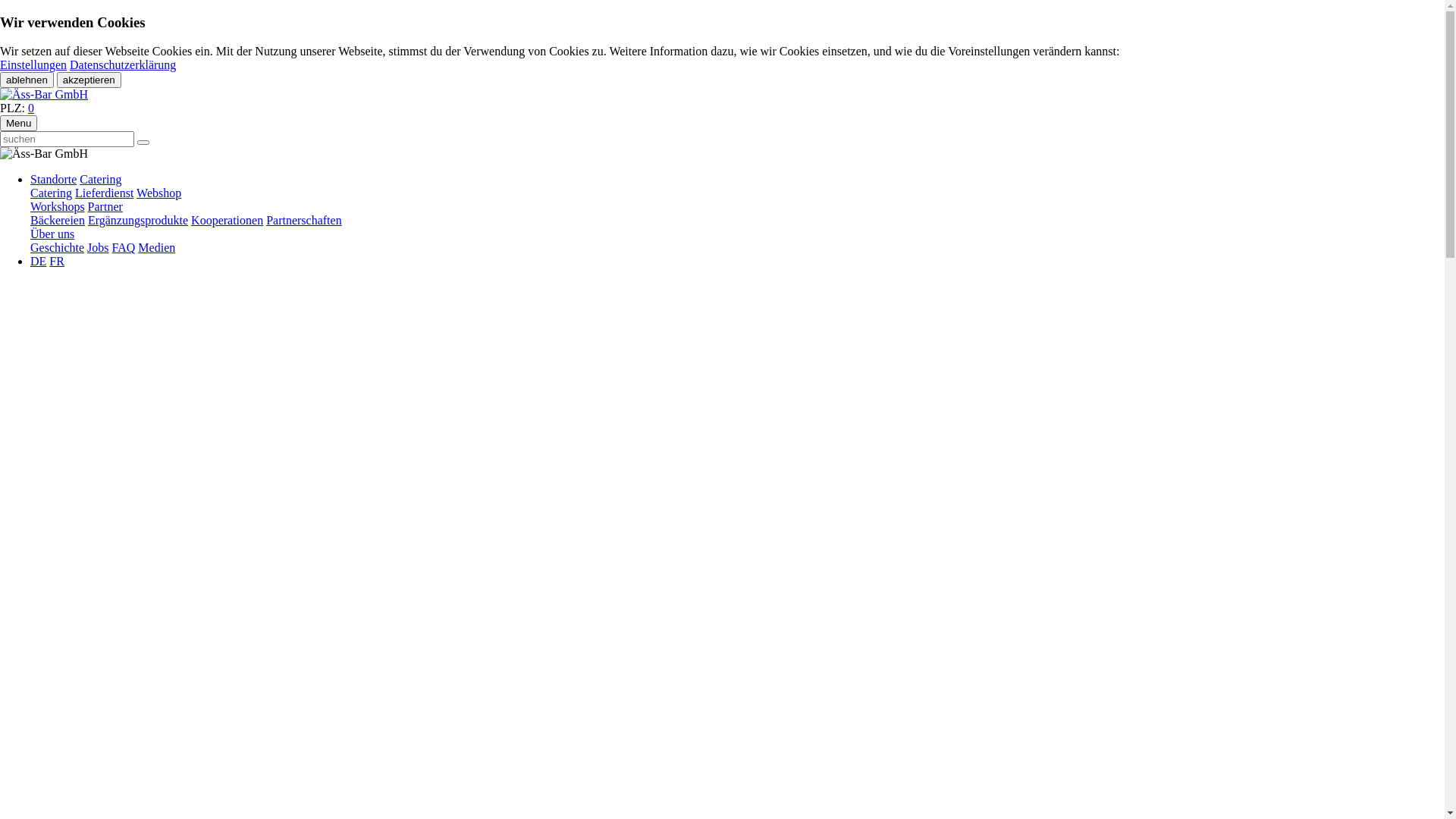 The image size is (1456, 819). What do you see at coordinates (99, 178) in the screenshot?
I see `'Catering'` at bounding box center [99, 178].